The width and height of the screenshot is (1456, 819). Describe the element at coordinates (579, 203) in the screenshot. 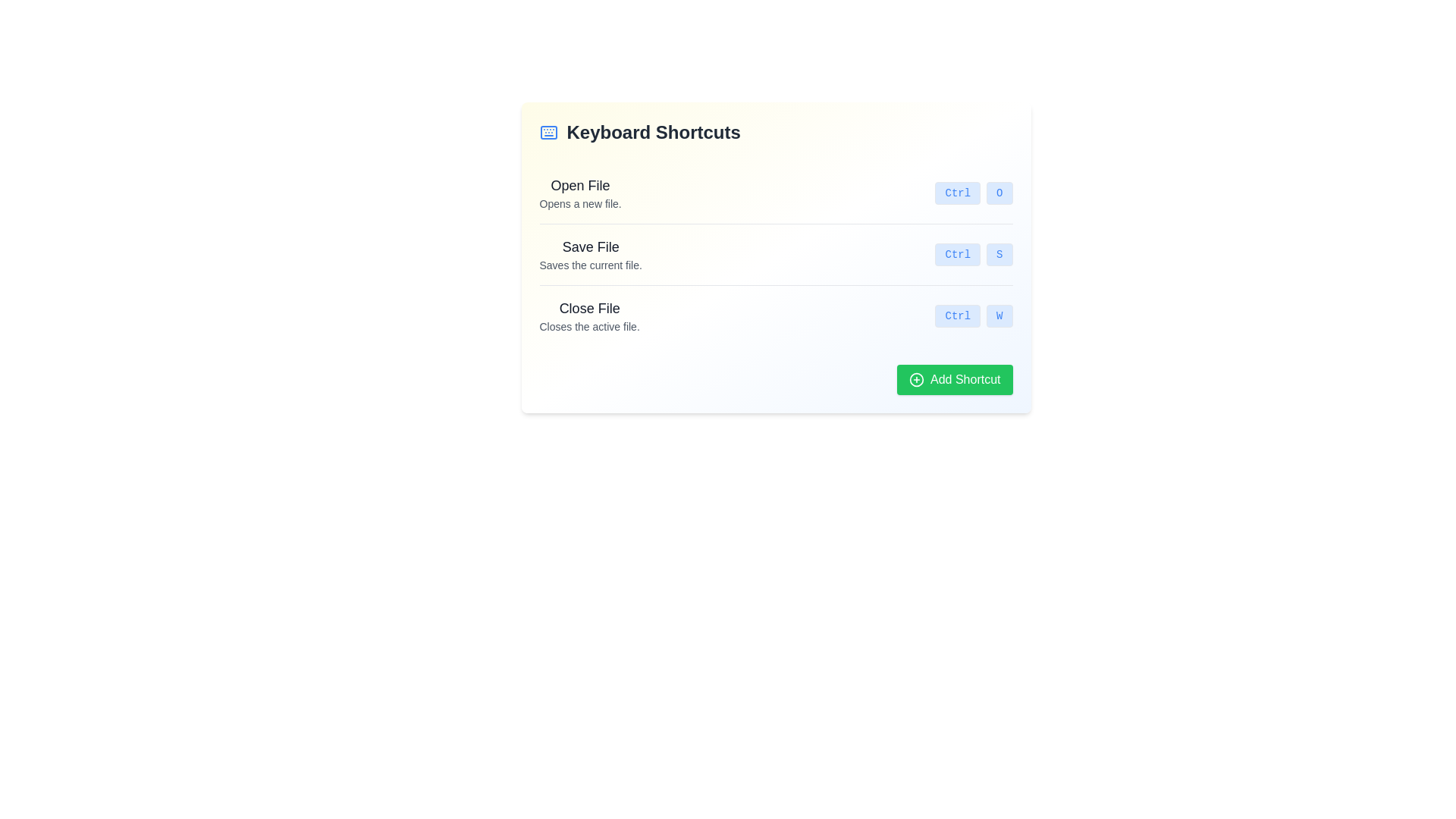

I see `tooltip-like description text located directly beneath the 'Open File' header in the 'Keyboard Shortcuts' section` at that location.